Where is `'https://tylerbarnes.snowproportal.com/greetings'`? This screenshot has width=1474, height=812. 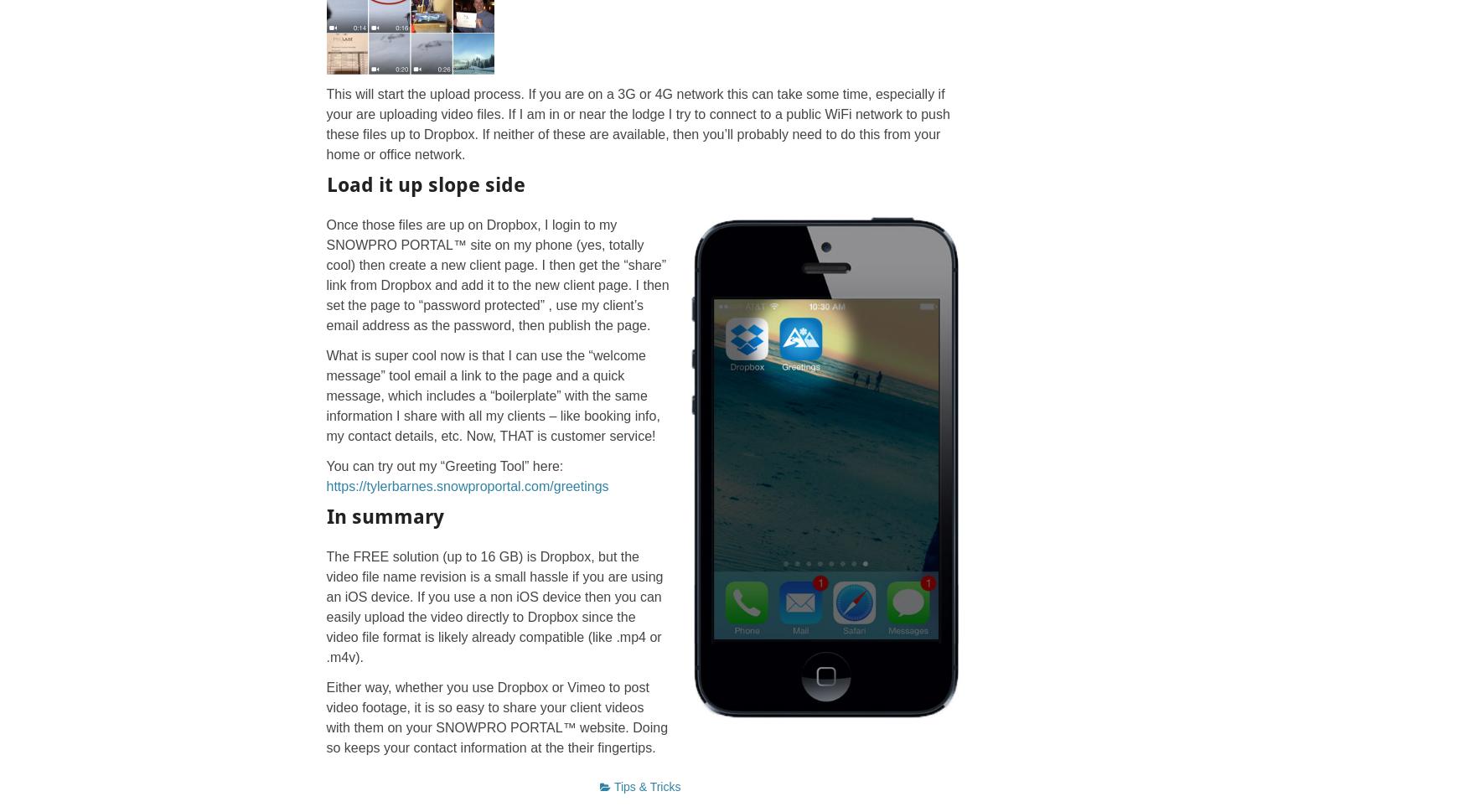
'https://tylerbarnes.snowproportal.com/greetings' is located at coordinates (466, 484).